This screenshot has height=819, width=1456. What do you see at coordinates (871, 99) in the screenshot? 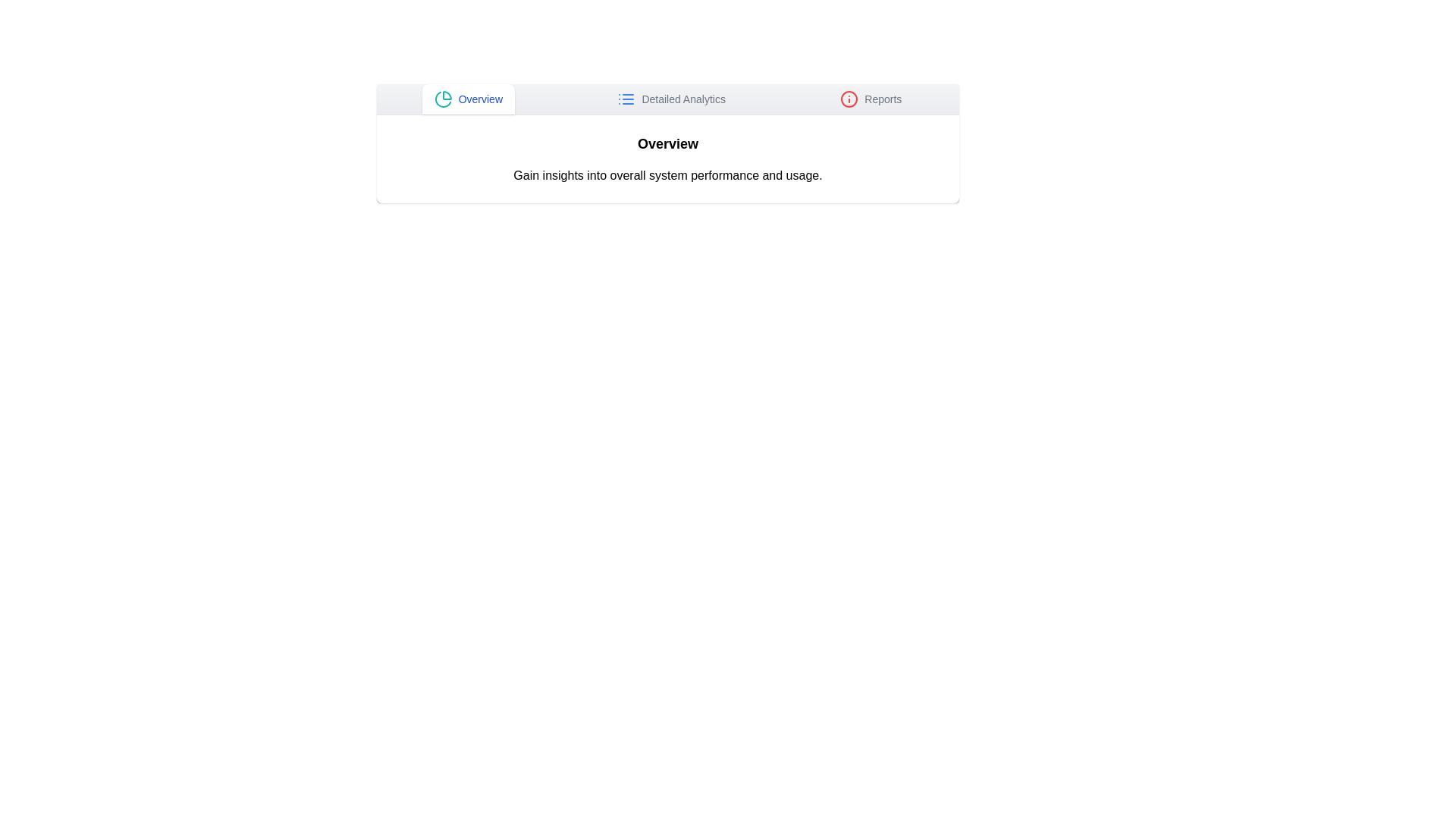
I see `the tab labeled Reports` at bounding box center [871, 99].